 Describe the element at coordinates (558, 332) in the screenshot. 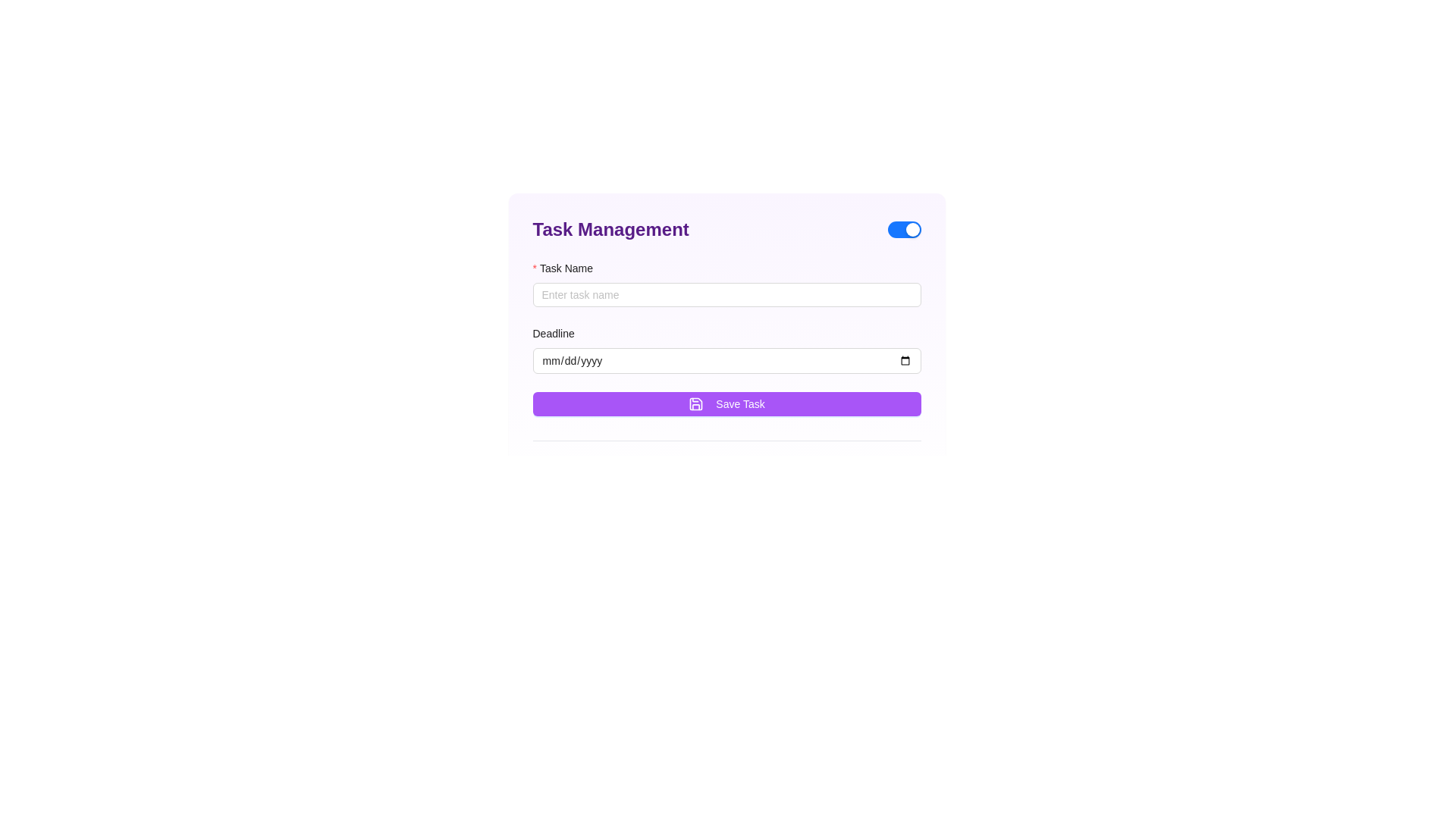

I see `the label that provides context for the date input field, which is positioned beneath the 'Task Name' label and aligned left within the form` at that location.